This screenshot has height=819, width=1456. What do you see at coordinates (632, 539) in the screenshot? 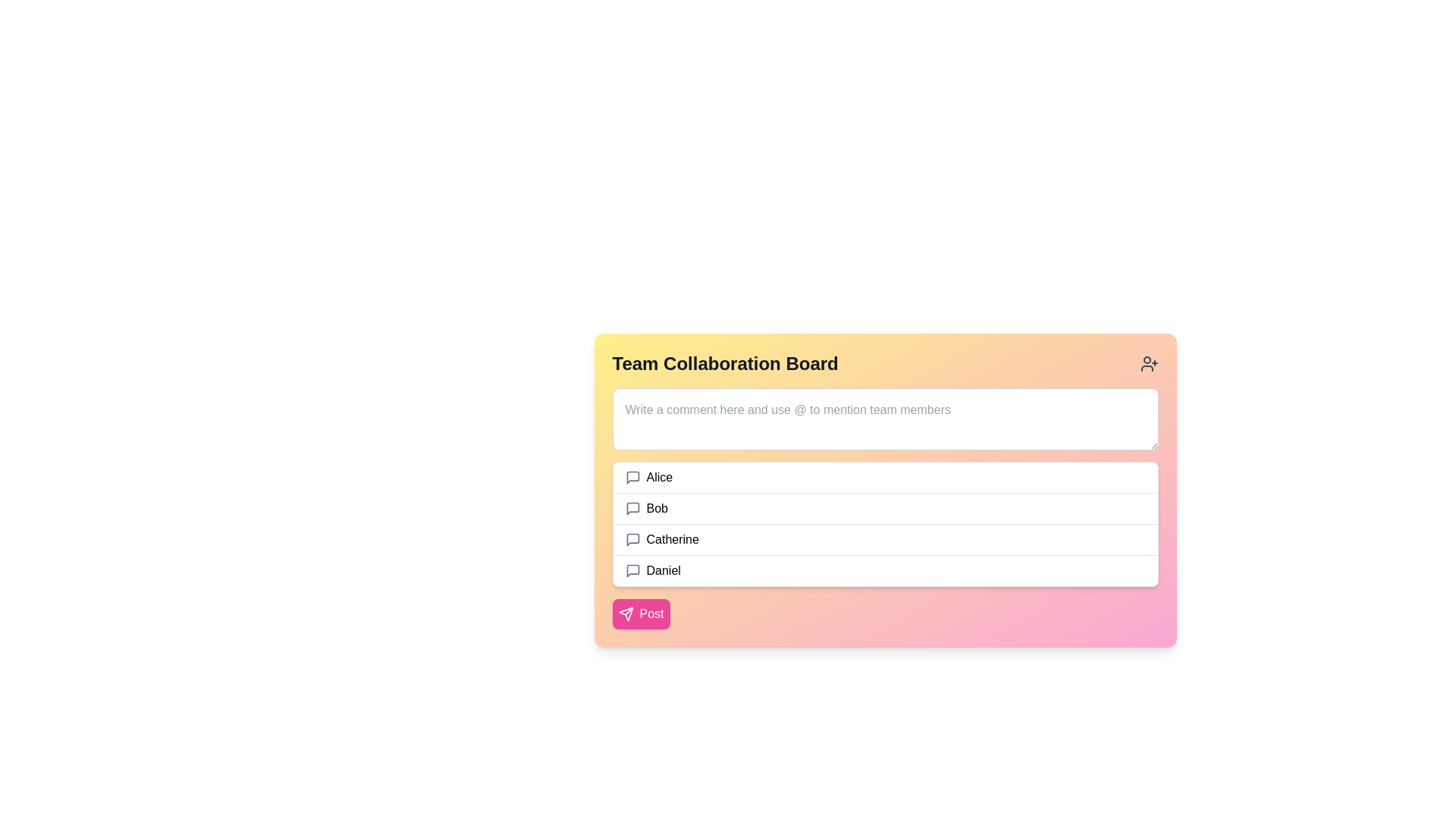
I see `the messaging or commenting icon located to the left of the 'Catherine' label in the 'Team Collaboration Board'` at bounding box center [632, 539].